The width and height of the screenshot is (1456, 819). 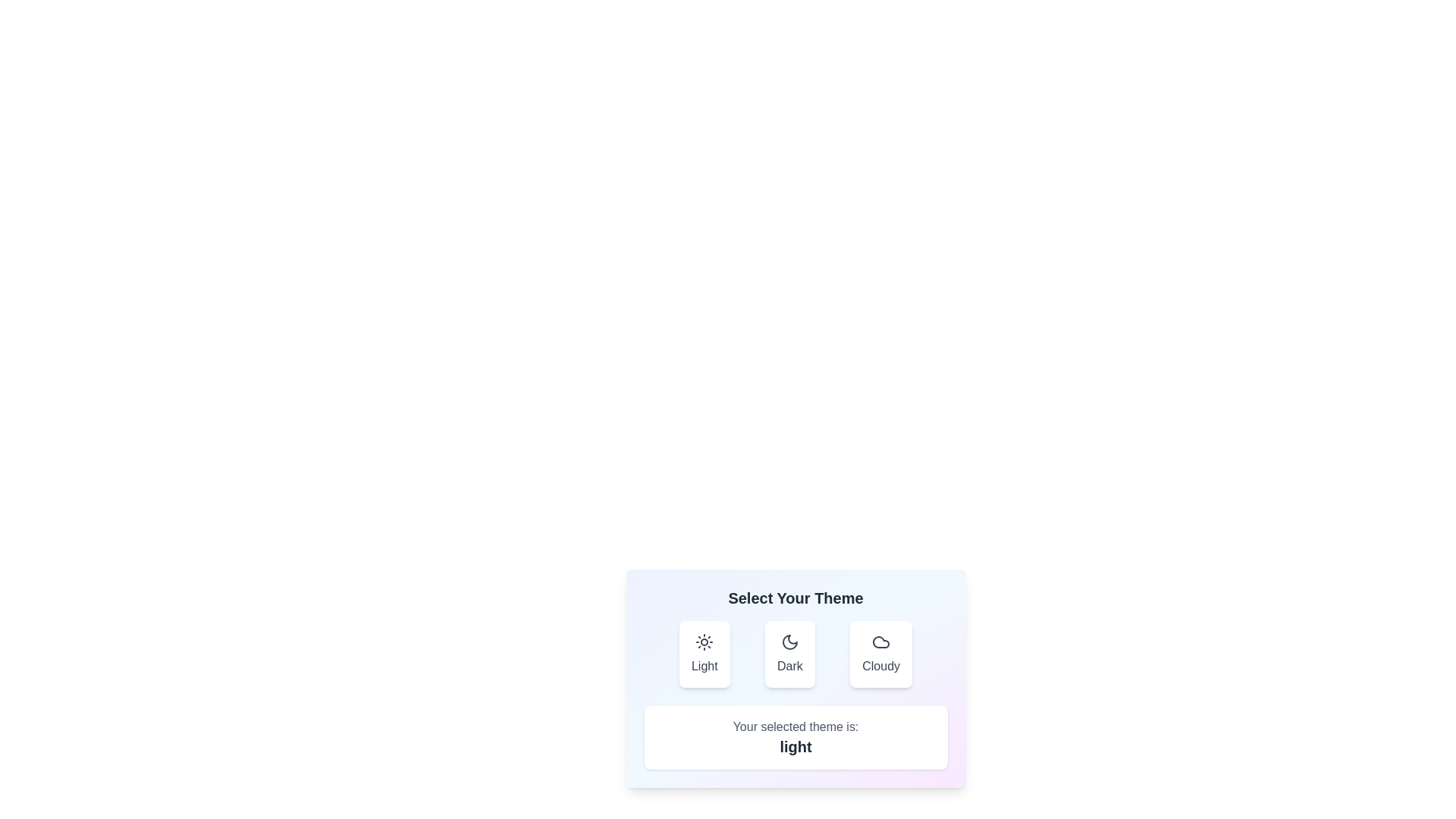 What do you see at coordinates (795, 598) in the screenshot?
I see `the title text element that indicates the purpose of the interface for selecting a visual theme, located at the top of its containing card interface` at bounding box center [795, 598].